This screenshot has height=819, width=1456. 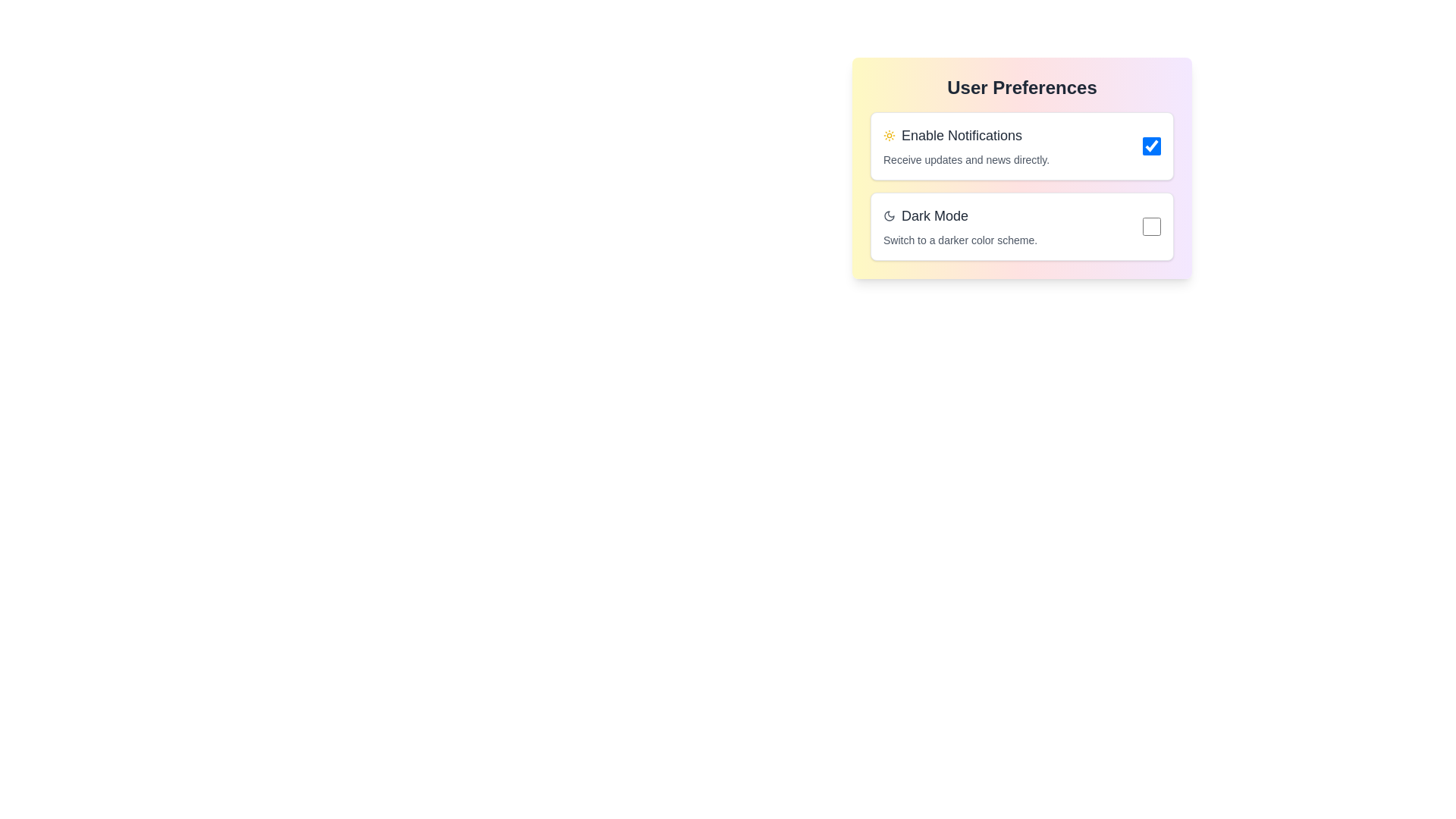 What do you see at coordinates (934, 216) in the screenshot?
I see `'Dark Mode' text label within the User Preferences panel, which is styled in a large gray font and is the second selectable option after 'Enable Notifications'` at bounding box center [934, 216].